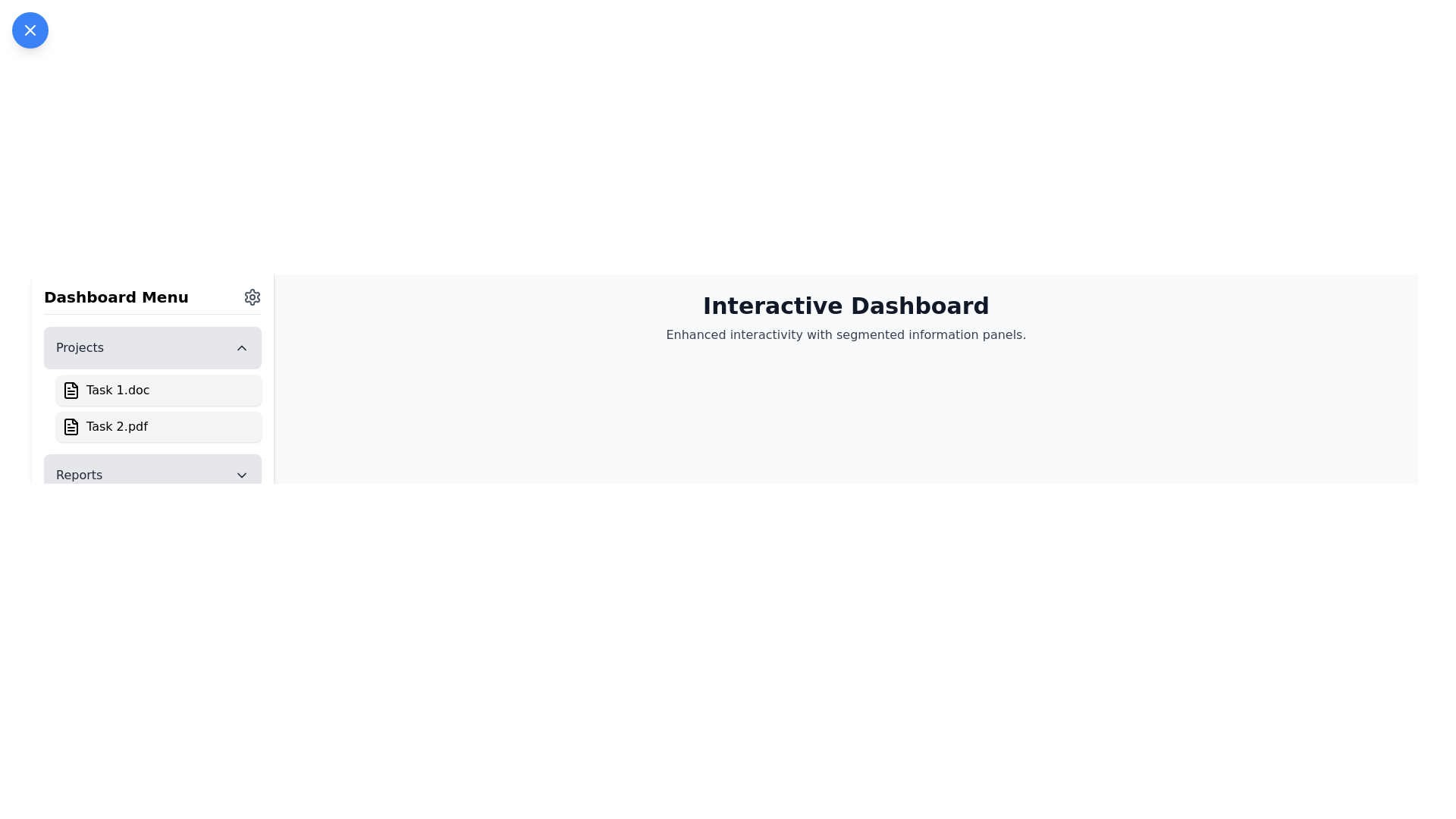  What do you see at coordinates (152, 475) in the screenshot?
I see `the text or icon of the collapsible menu item located below 'Projects' in the left-side menu, which toggles the visibility of nested items related to 'Reports'` at bounding box center [152, 475].